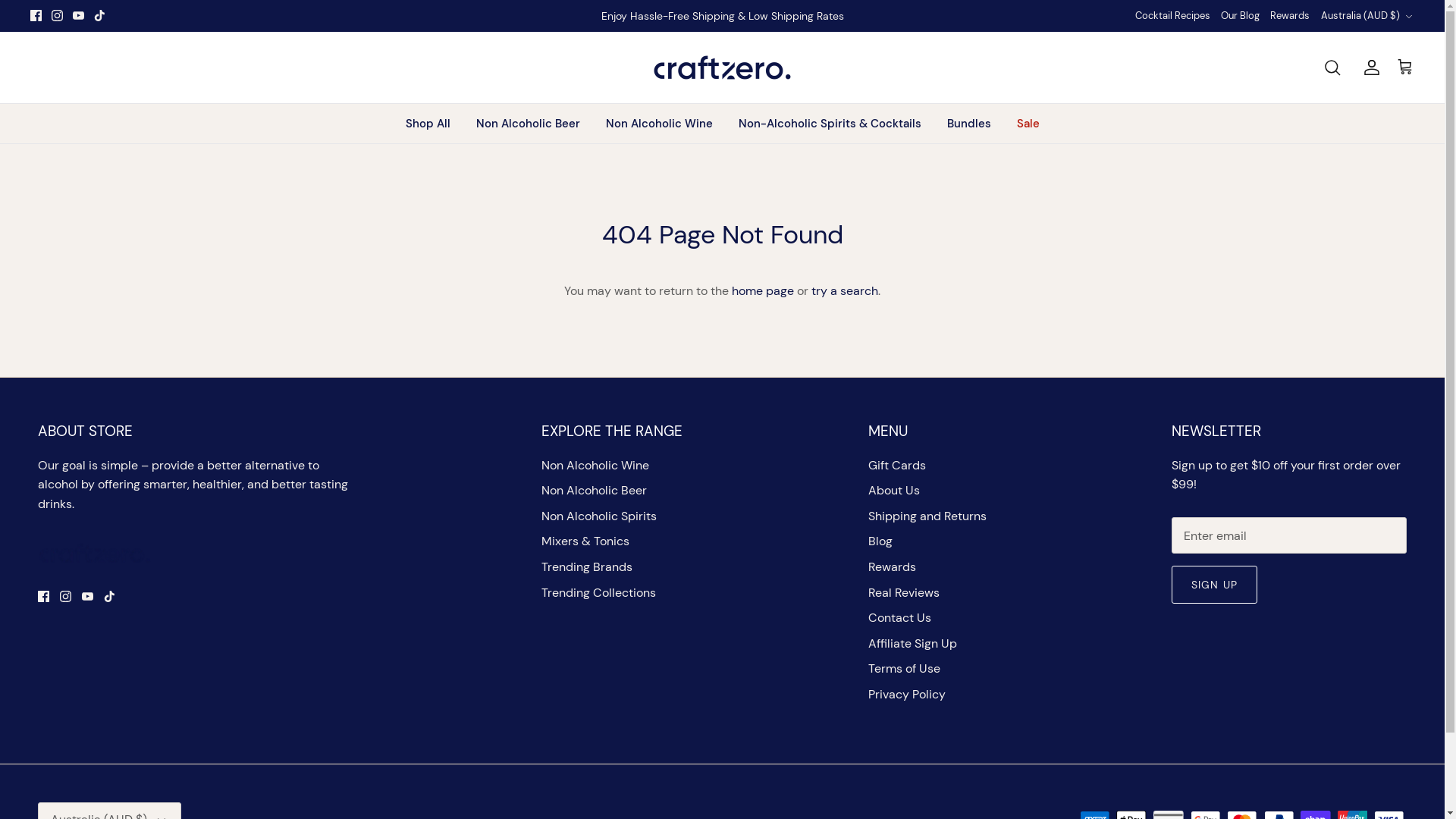 This screenshot has height=819, width=1456. What do you see at coordinates (1028, 123) in the screenshot?
I see `'Sale'` at bounding box center [1028, 123].